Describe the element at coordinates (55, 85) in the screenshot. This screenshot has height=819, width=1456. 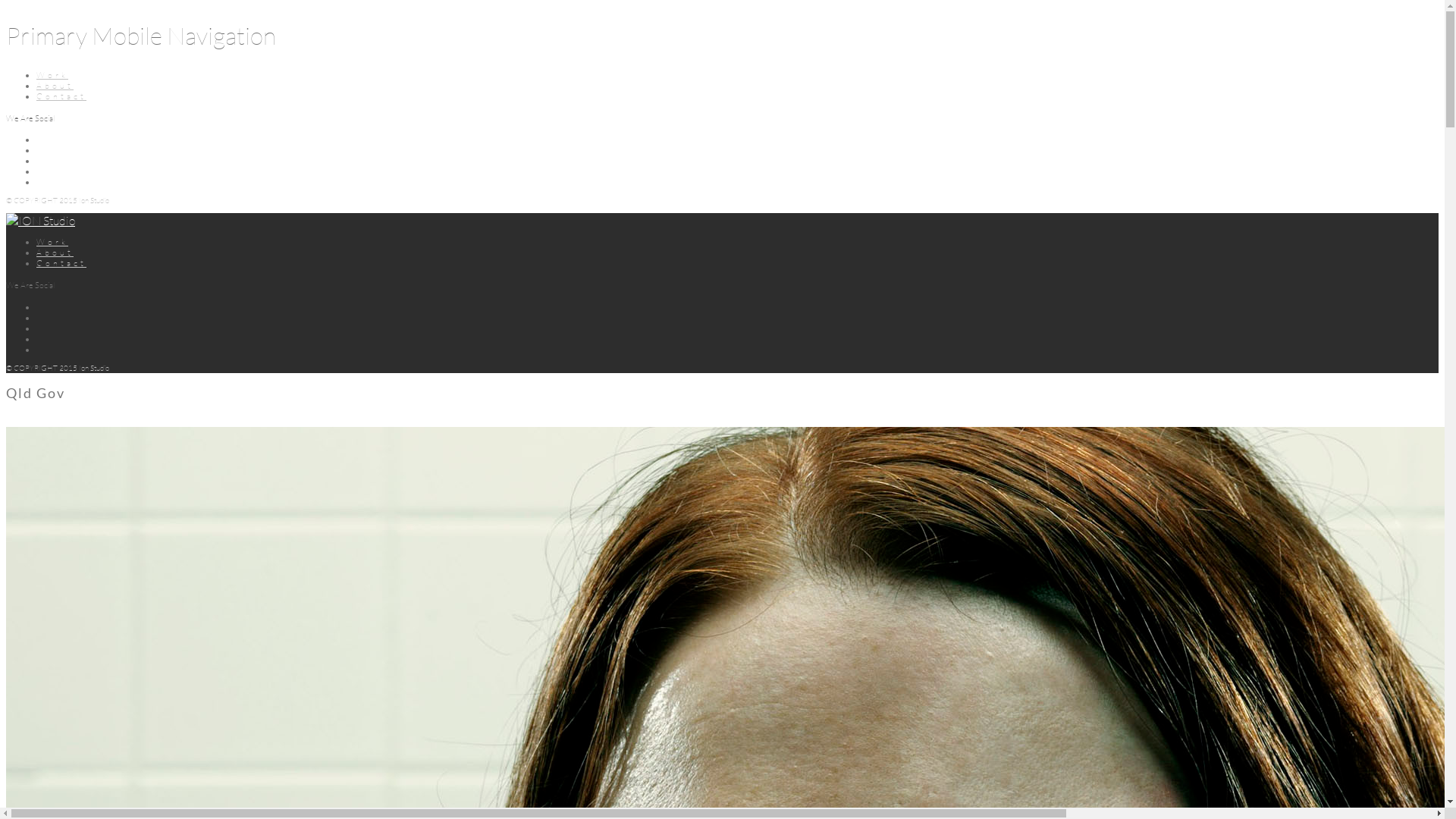
I see `'About'` at that location.